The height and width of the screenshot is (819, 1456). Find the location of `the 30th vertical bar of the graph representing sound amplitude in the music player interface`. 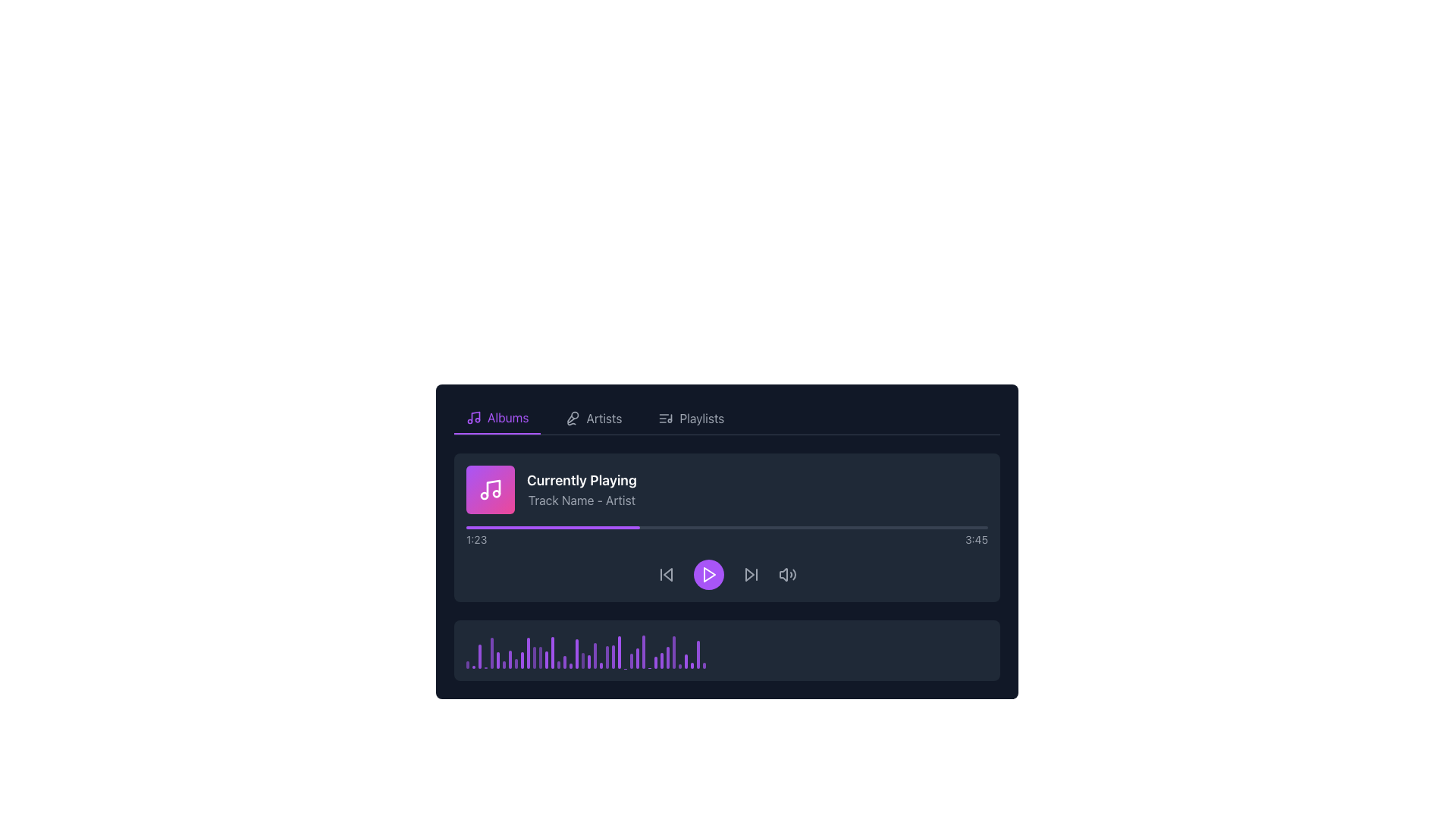

the 30th vertical bar of the graph representing sound amplitude in the music player interface is located at coordinates (655, 662).